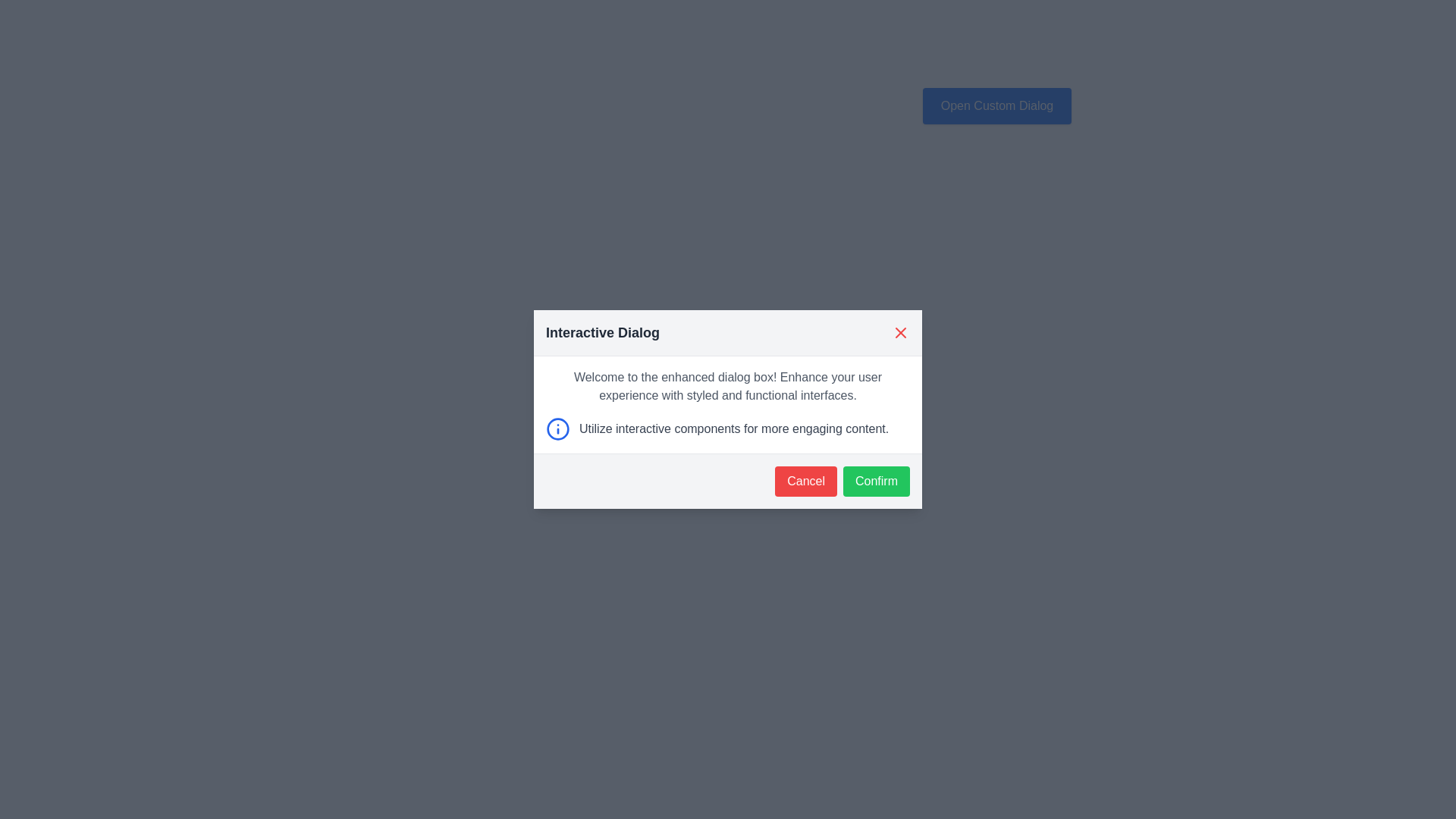  What do you see at coordinates (728, 429) in the screenshot?
I see `informational text located below the main descriptive text in the interactive dialog, positioned above the cancel and confirm buttons` at bounding box center [728, 429].